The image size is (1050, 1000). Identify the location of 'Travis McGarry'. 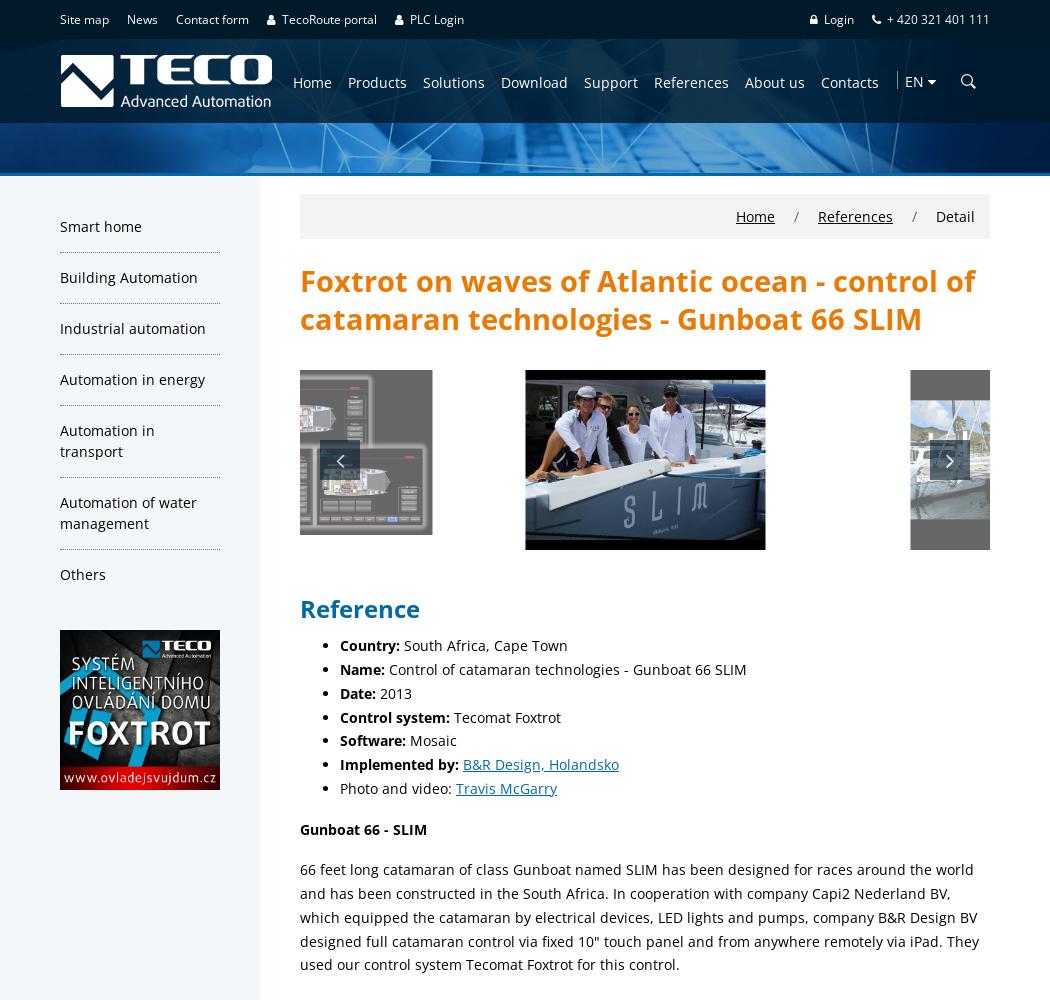
(456, 787).